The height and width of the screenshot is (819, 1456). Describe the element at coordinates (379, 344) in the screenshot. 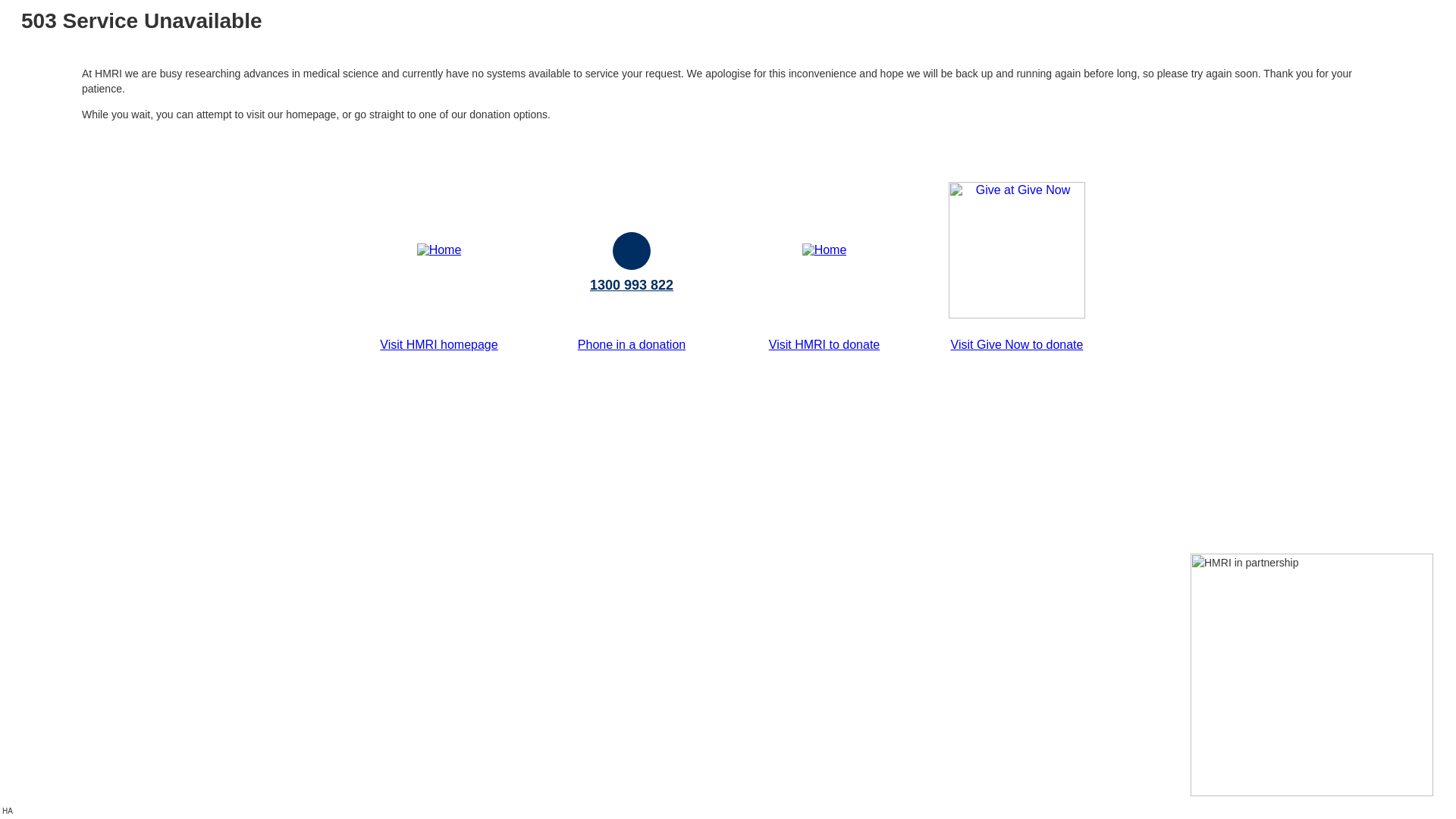

I see `'Visit HMRI homepage'` at that location.